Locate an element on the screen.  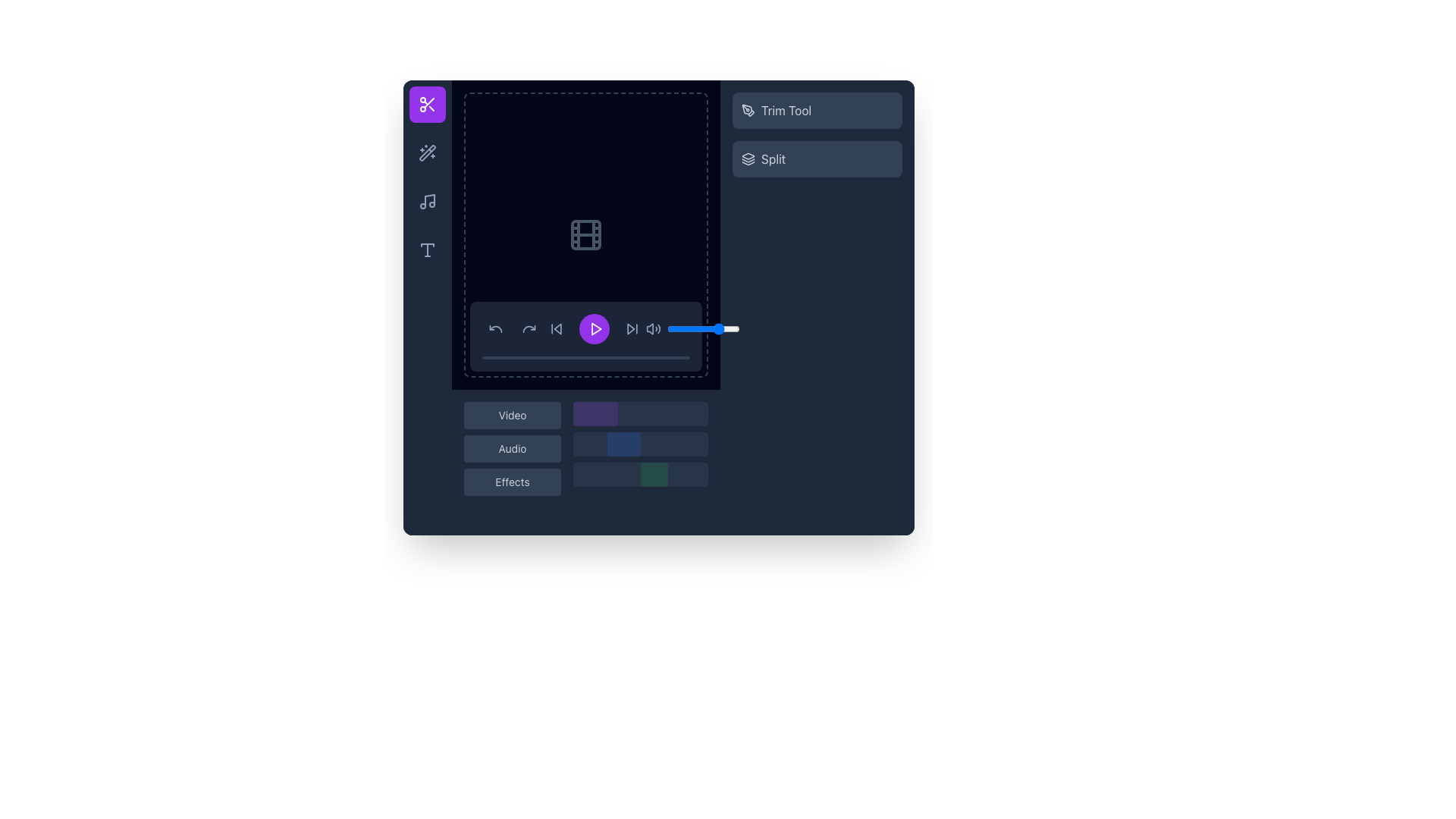
the text tool icon, which is the second option in the vertical stack of icons on the left sidebar is located at coordinates (427, 249).